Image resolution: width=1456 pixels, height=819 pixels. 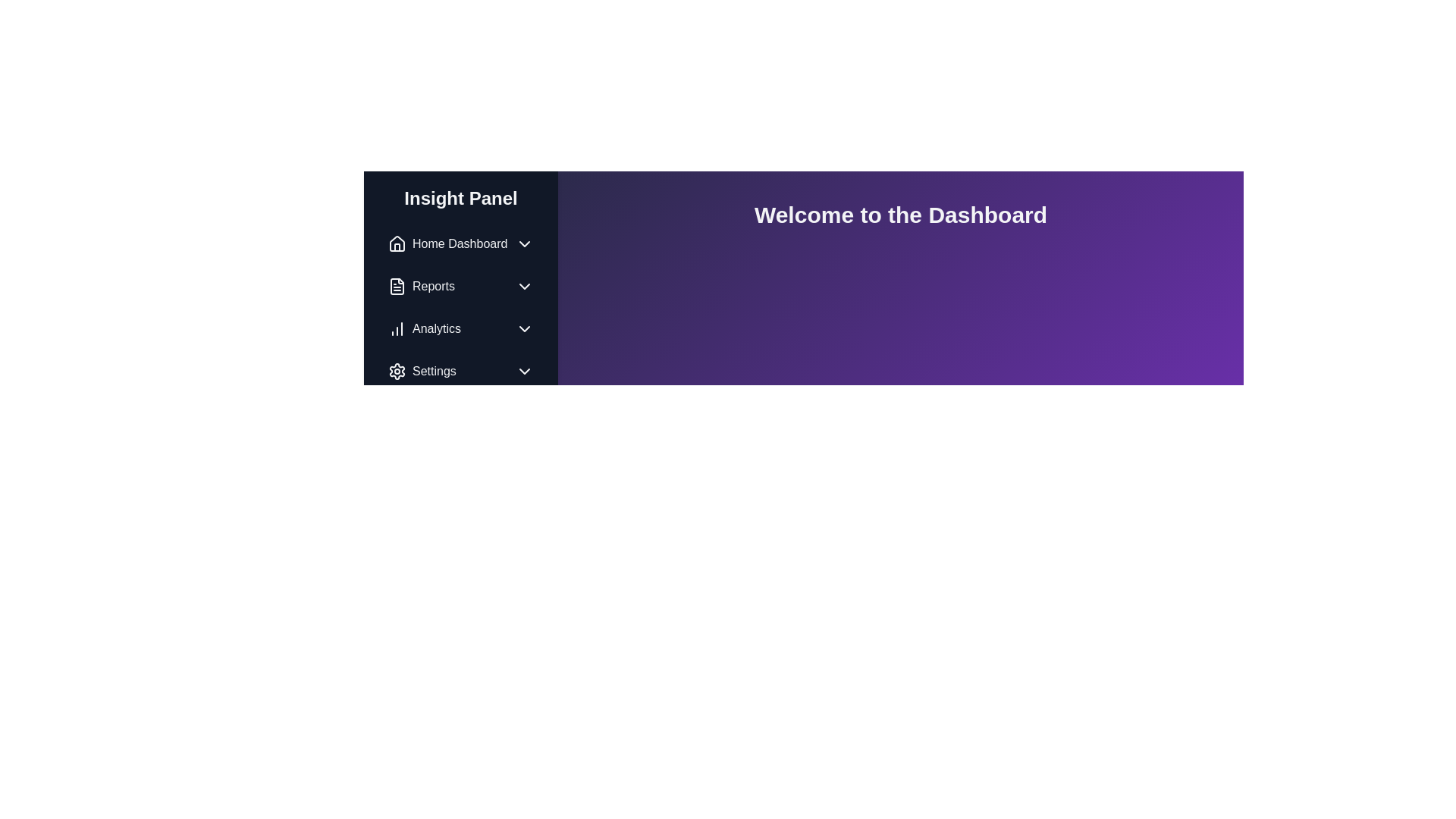 What do you see at coordinates (397, 371) in the screenshot?
I see `the 'Settings' icon in the navigation menu` at bounding box center [397, 371].